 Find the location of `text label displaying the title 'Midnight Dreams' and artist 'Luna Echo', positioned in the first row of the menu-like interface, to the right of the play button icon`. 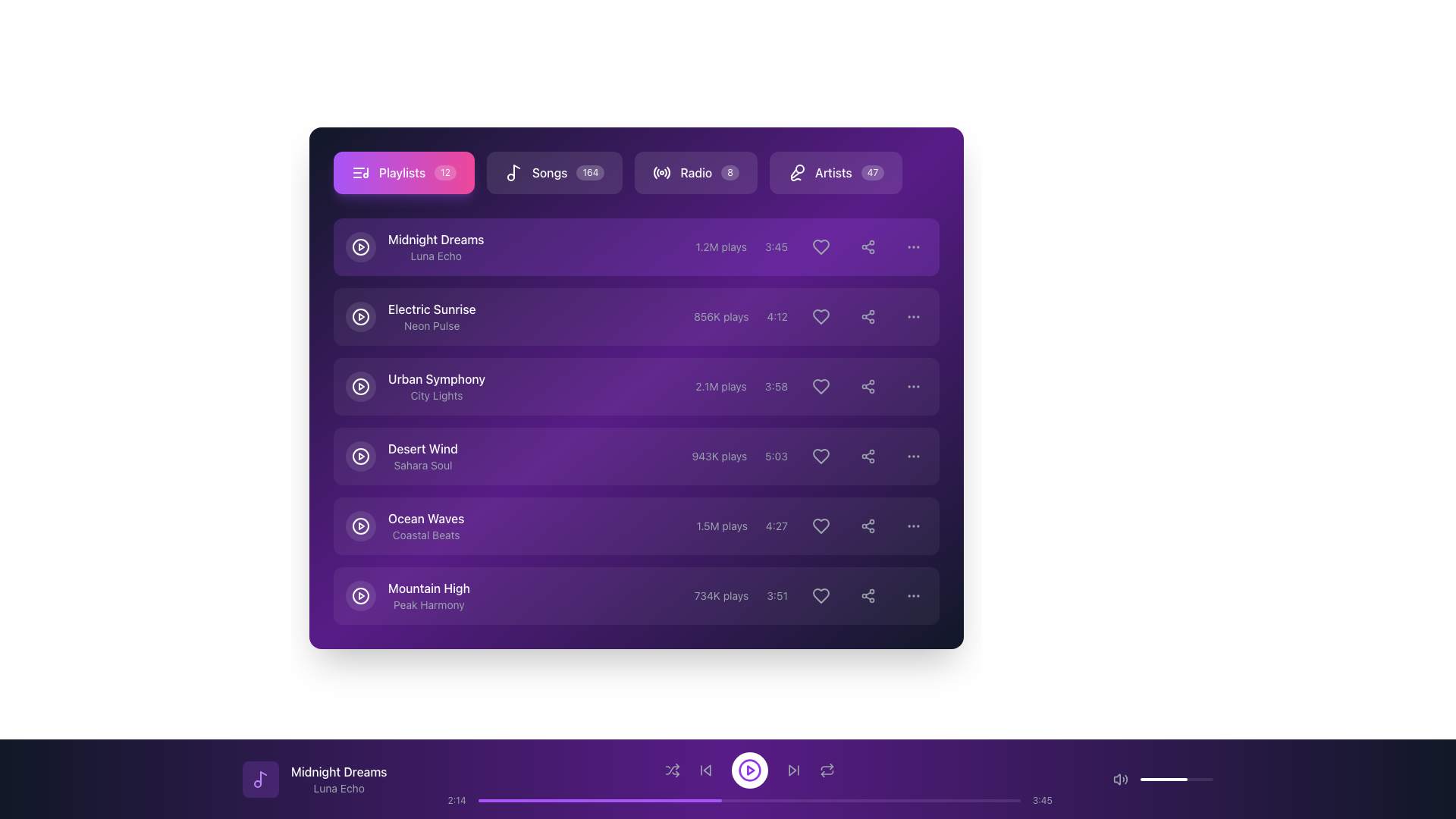

text label displaying the title 'Midnight Dreams' and artist 'Luna Echo', positioned in the first row of the menu-like interface, to the right of the play button icon is located at coordinates (435, 246).